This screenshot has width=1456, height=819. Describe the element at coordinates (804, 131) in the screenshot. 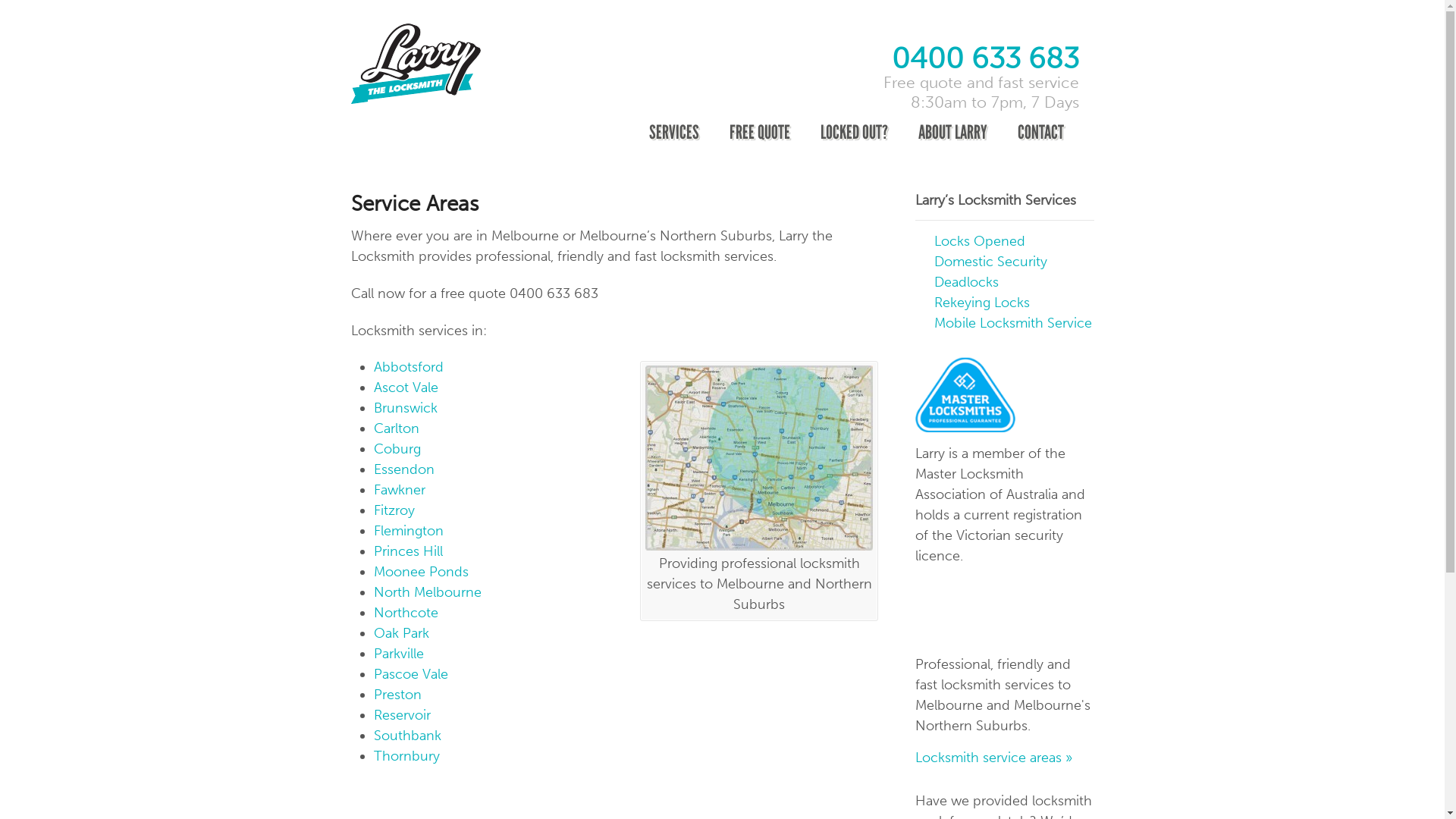

I see `'LOCKED OUT?'` at that location.